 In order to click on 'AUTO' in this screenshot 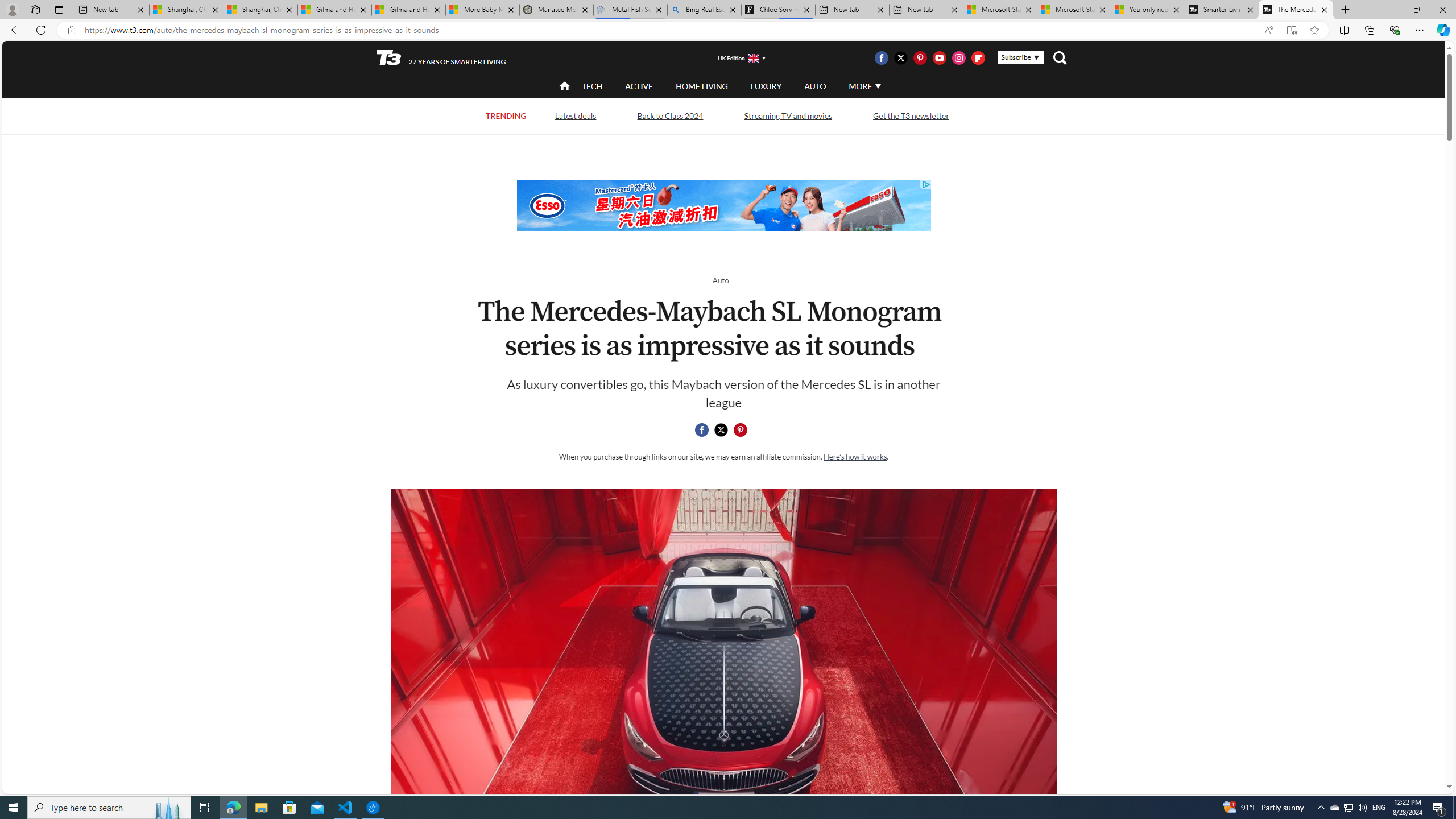, I will do `click(814, 85)`.